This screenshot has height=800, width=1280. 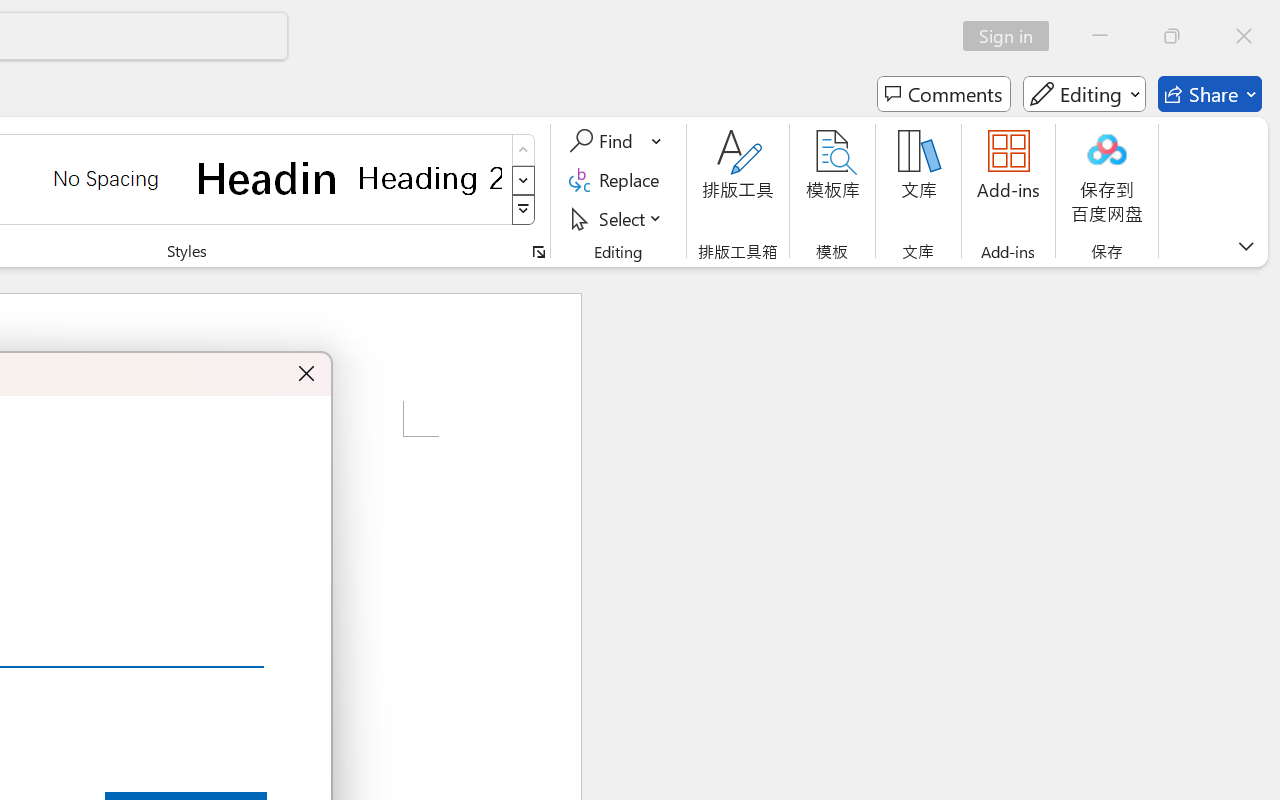 I want to click on 'Sign in', so click(x=1013, y=35).